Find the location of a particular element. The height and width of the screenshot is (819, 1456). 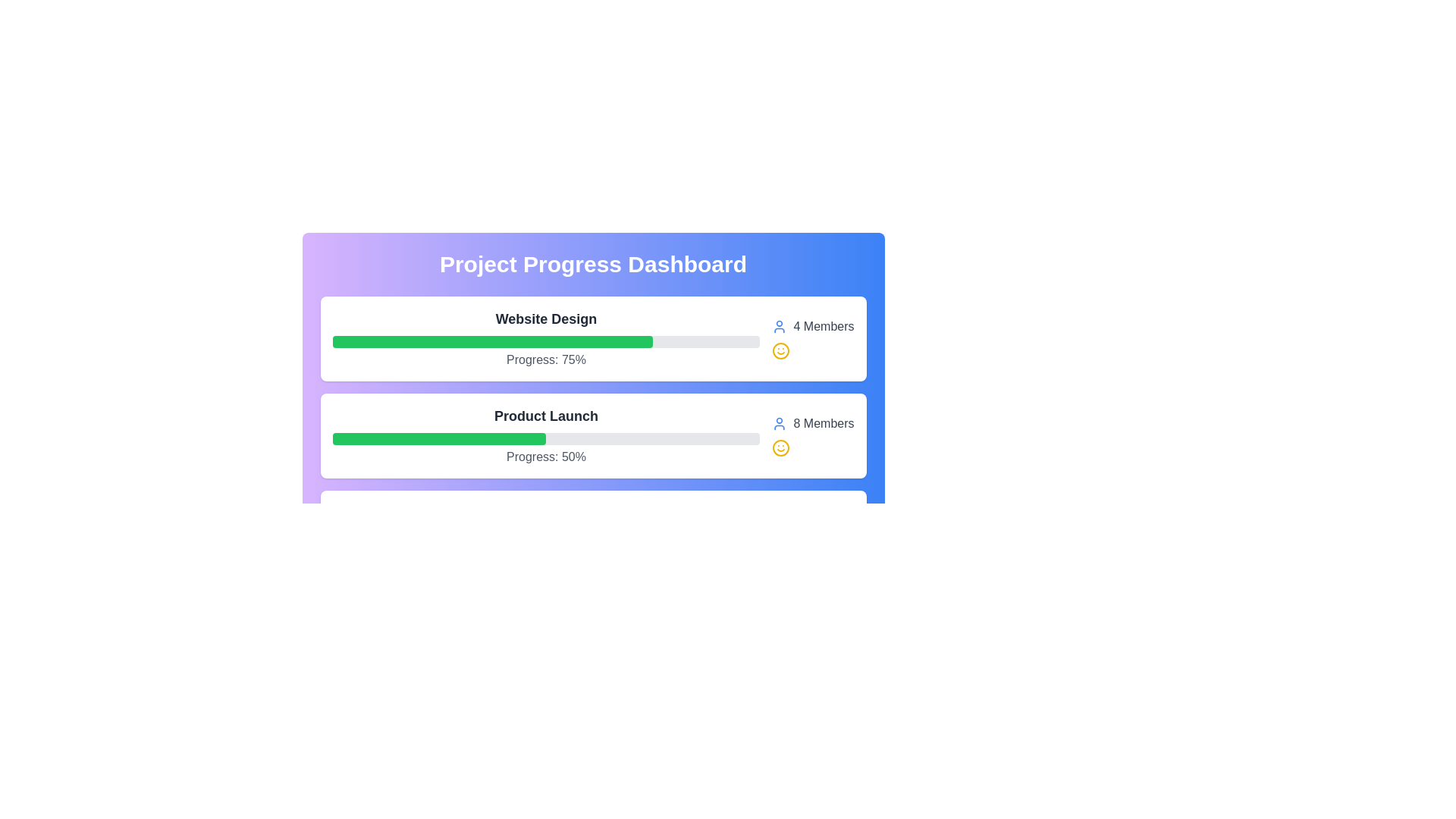

label associated with the green progress bar labeled 'Product Launch', which is filled to 50% of its width and located below the 'Website Design' section is located at coordinates (438, 438).